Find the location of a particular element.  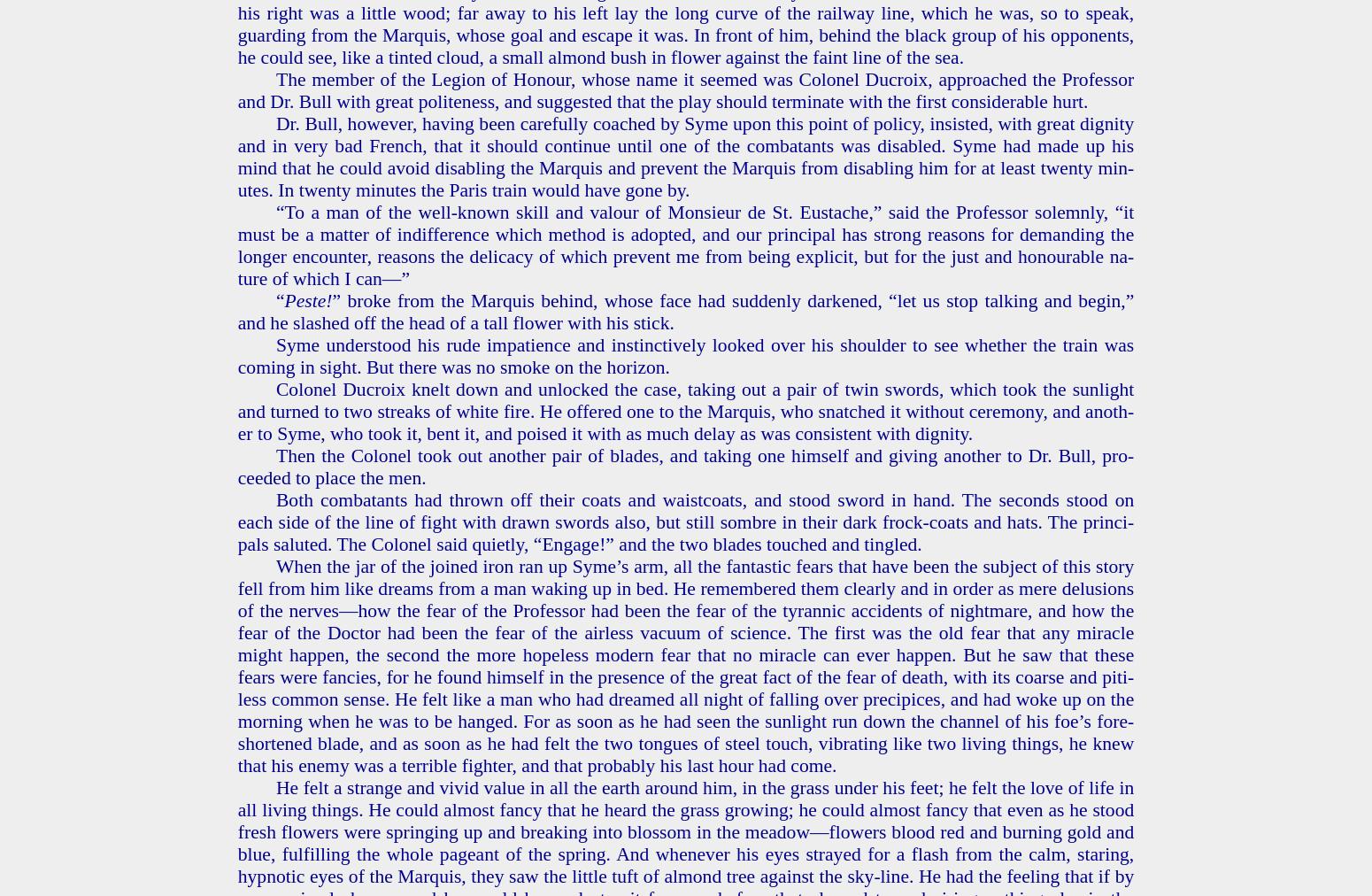

'Peste!' is located at coordinates (306, 299).